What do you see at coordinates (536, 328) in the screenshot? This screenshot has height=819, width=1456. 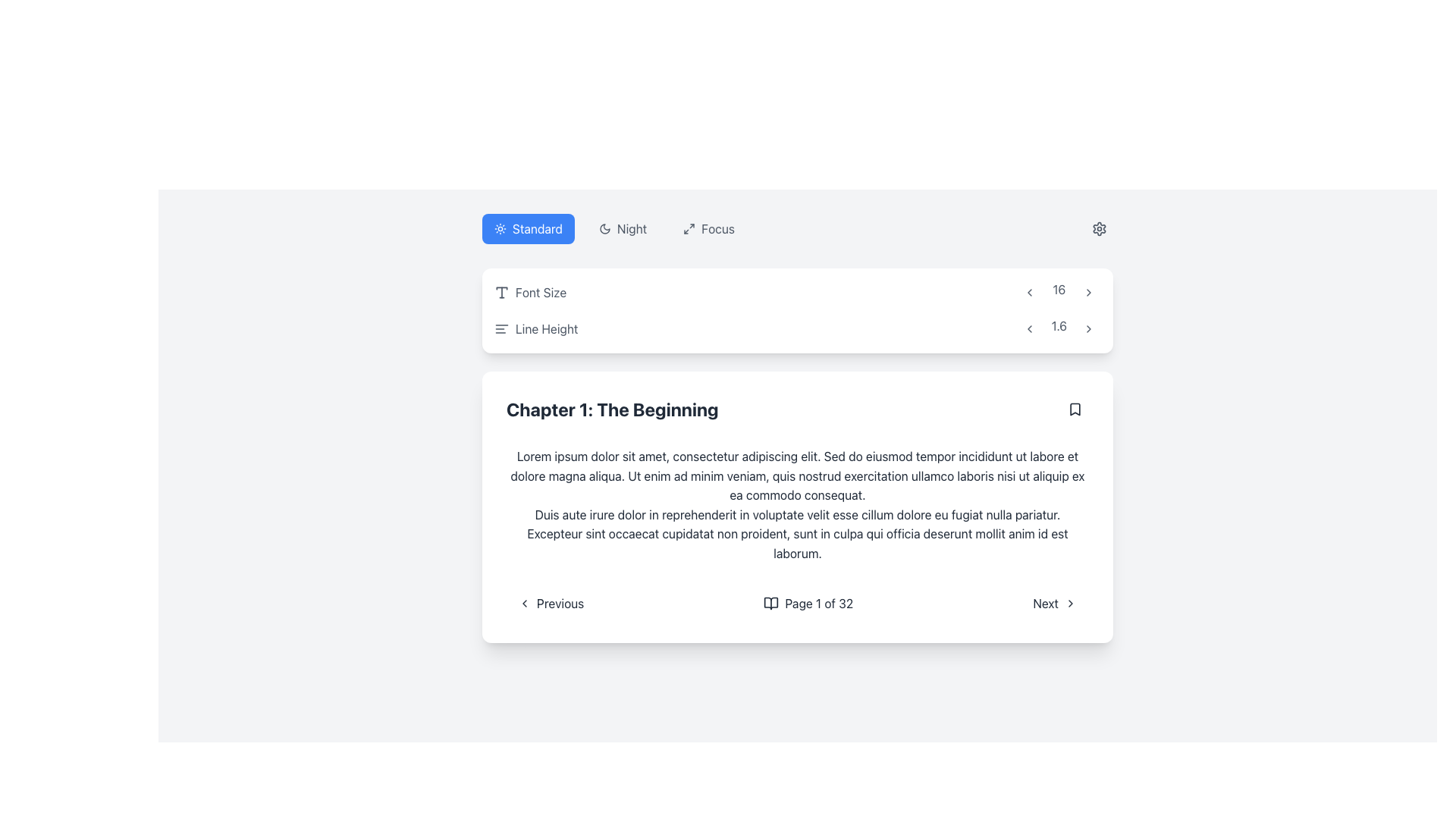 I see `the 'Line Height' text label, which is styled in gray and positioned adjacent to a left-aligned lines icon, located at the beginning of the line height control` at bounding box center [536, 328].